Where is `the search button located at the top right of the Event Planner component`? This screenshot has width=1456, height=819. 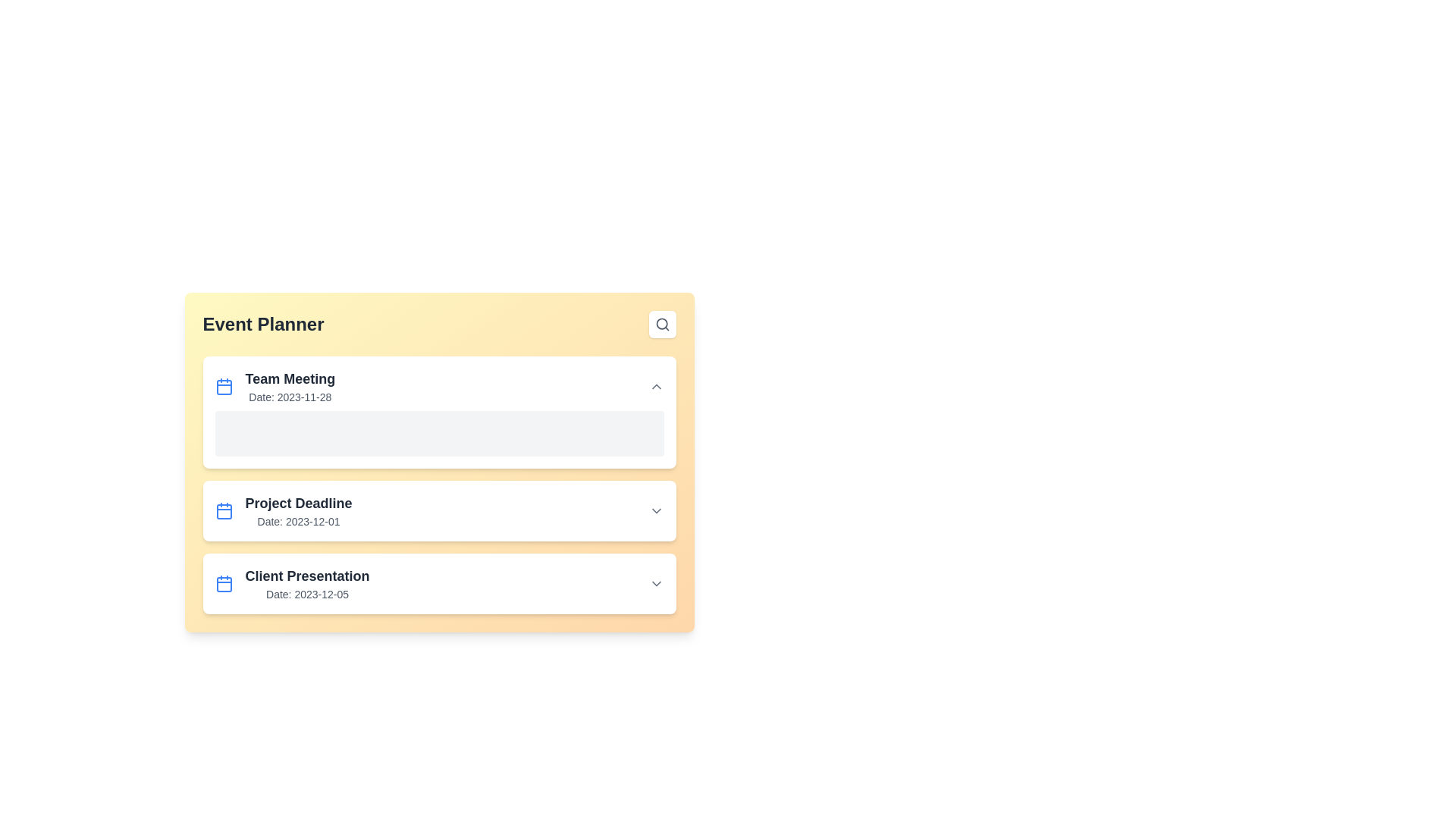
the search button located at the top right of the Event Planner component is located at coordinates (662, 324).